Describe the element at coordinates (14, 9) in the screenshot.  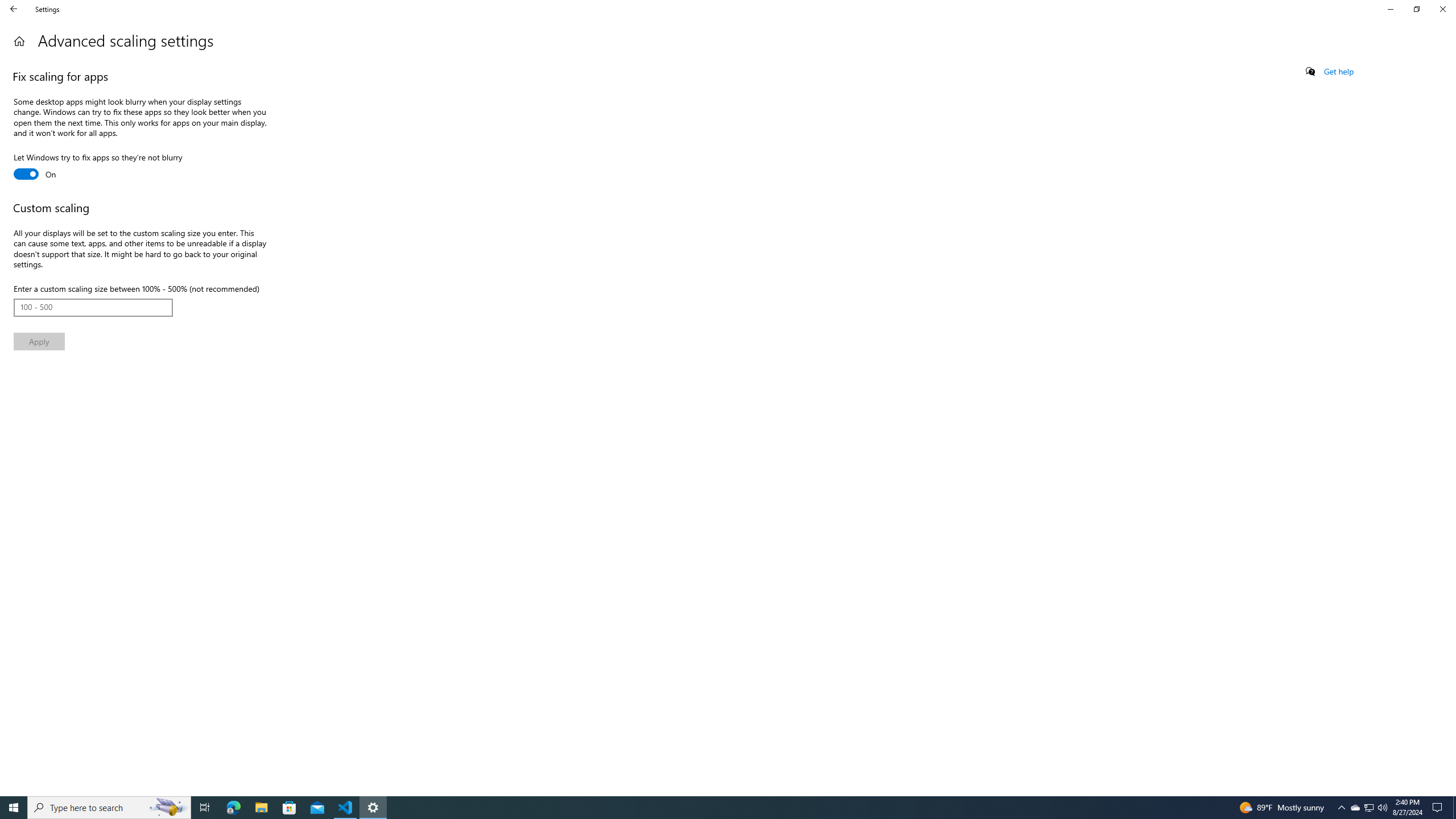
I see `'Back'` at that location.